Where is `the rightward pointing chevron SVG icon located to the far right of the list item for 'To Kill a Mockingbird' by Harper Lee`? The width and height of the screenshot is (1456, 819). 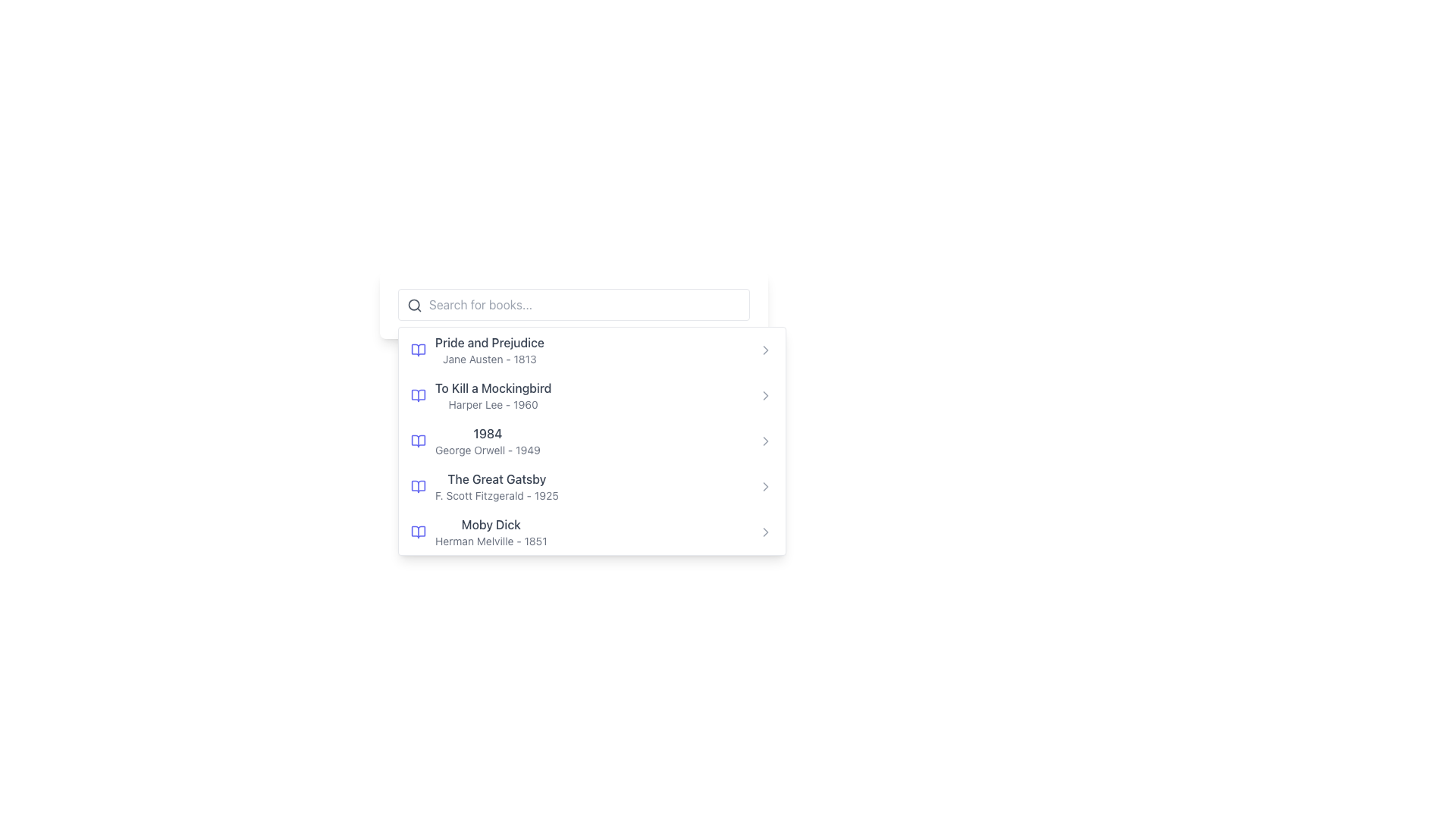
the rightward pointing chevron SVG icon located to the far right of the list item for 'To Kill a Mockingbird' by Harper Lee is located at coordinates (765, 394).